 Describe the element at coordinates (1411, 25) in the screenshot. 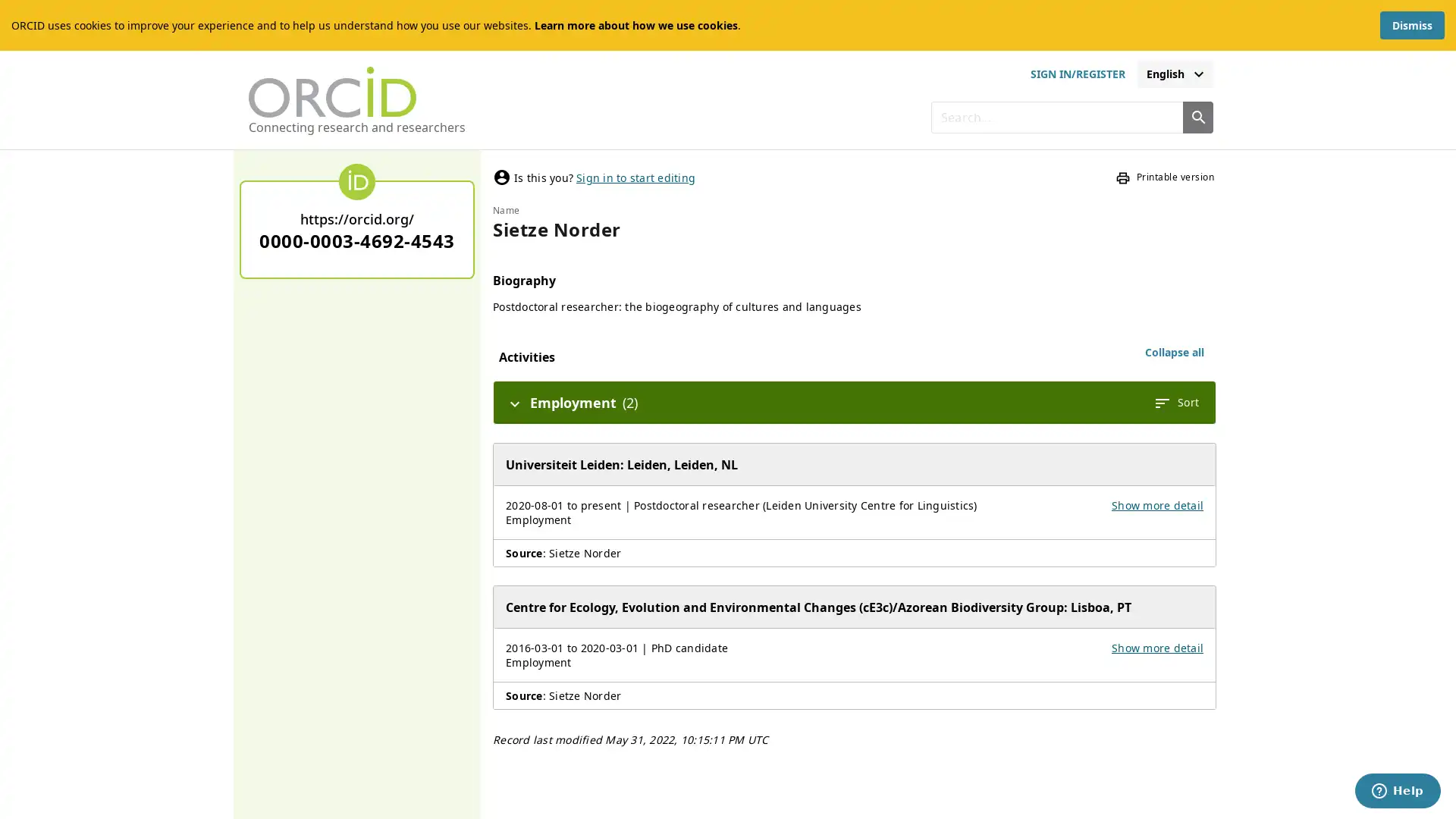

I see `Dismiss` at that location.